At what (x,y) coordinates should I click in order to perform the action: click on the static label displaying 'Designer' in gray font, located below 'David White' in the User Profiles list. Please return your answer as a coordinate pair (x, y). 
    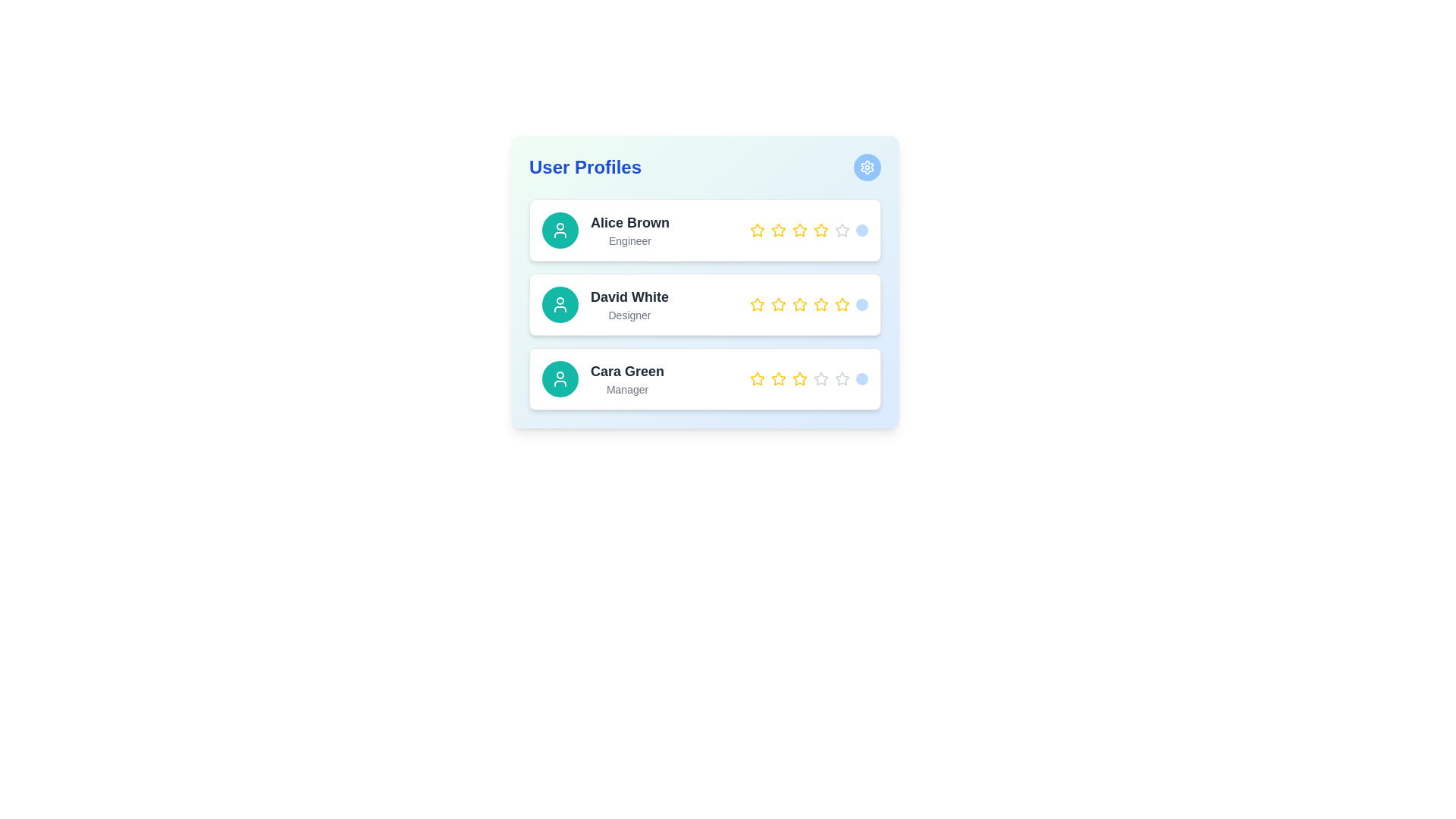
    Looking at the image, I should click on (629, 315).